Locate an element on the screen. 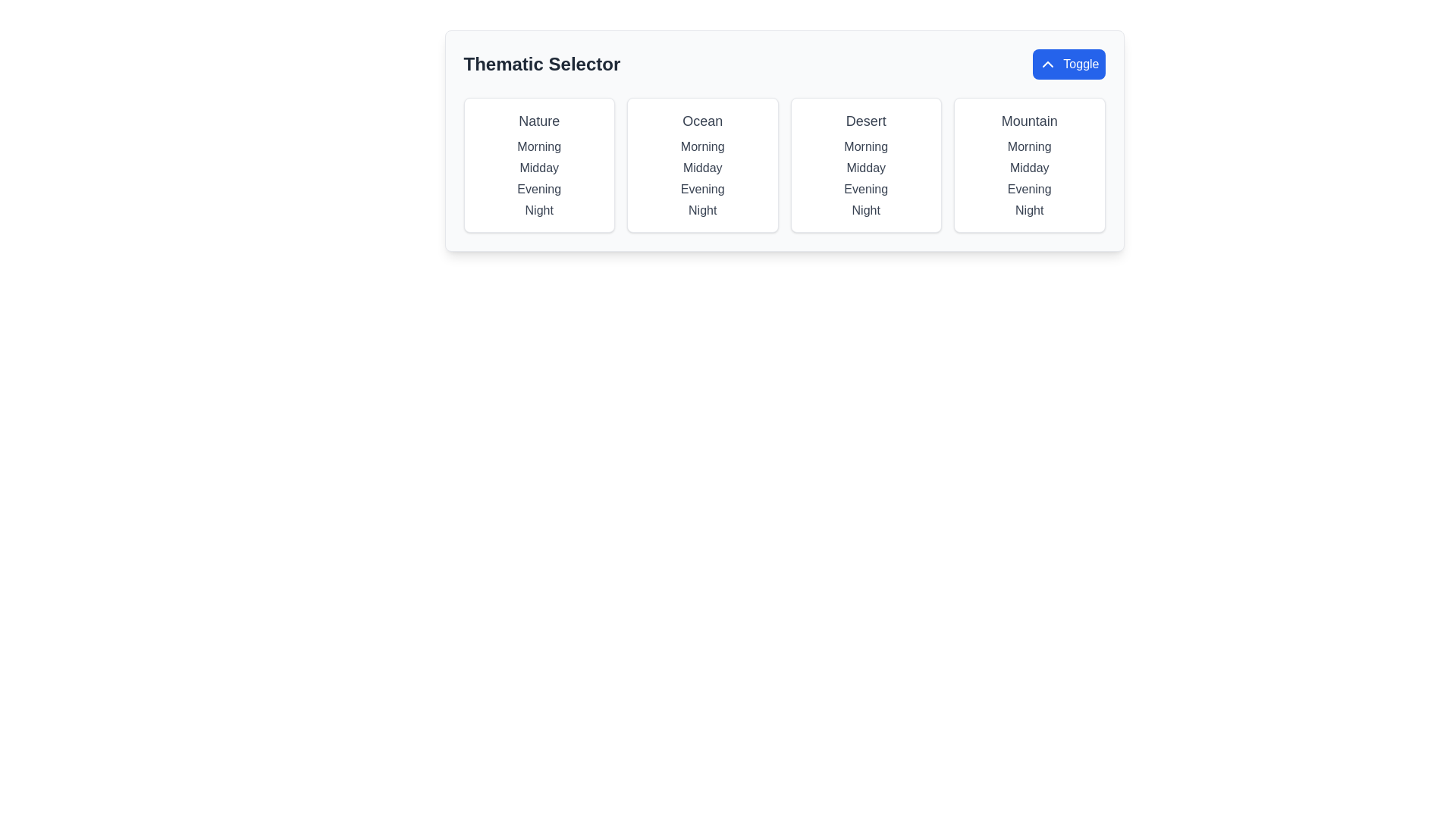 This screenshot has width=1456, height=819. the 'Toggle' button with a blue background and white text is located at coordinates (1068, 63).